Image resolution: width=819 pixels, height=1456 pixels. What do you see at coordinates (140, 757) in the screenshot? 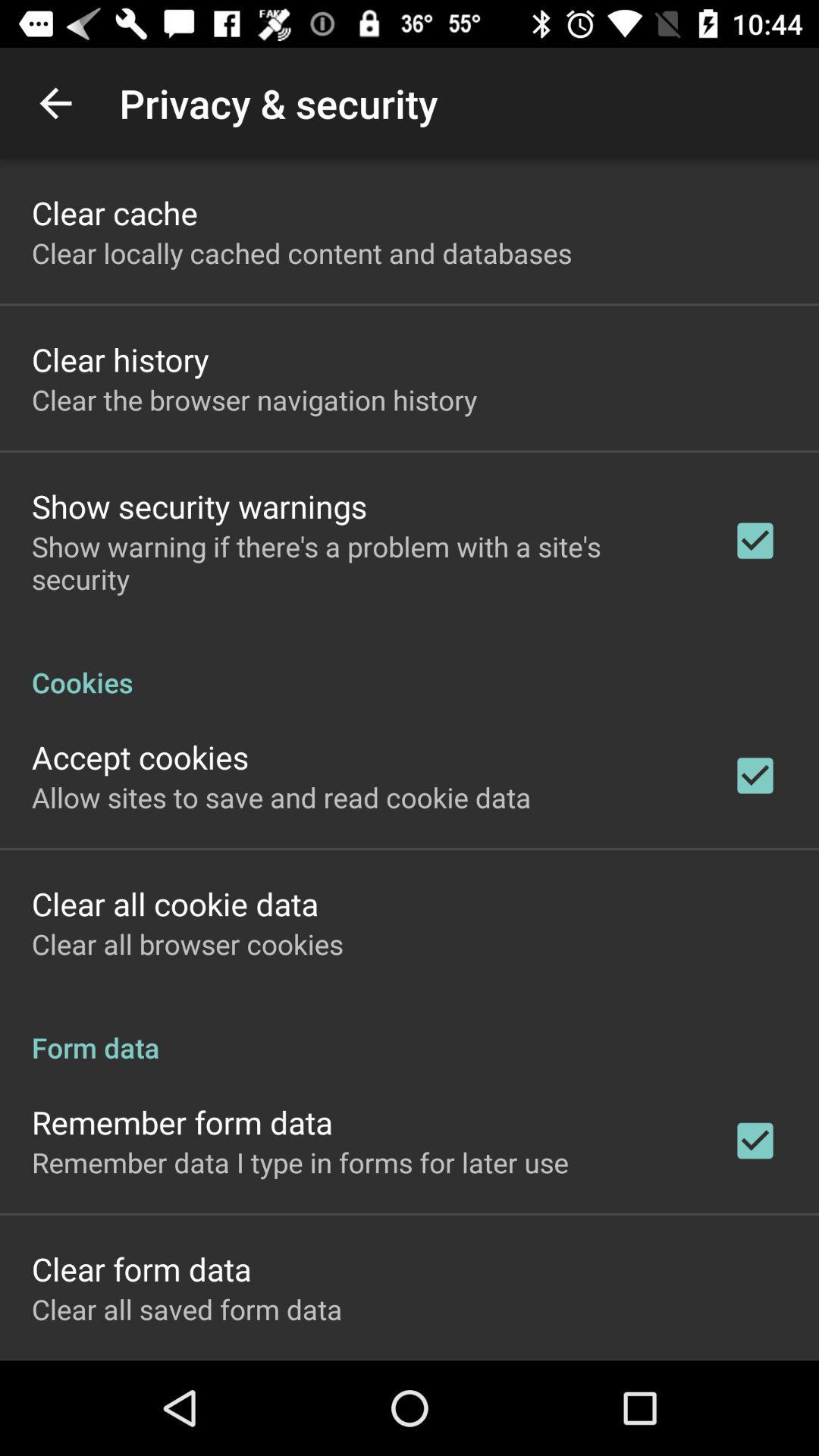
I see `the app below cookies` at bounding box center [140, 757].